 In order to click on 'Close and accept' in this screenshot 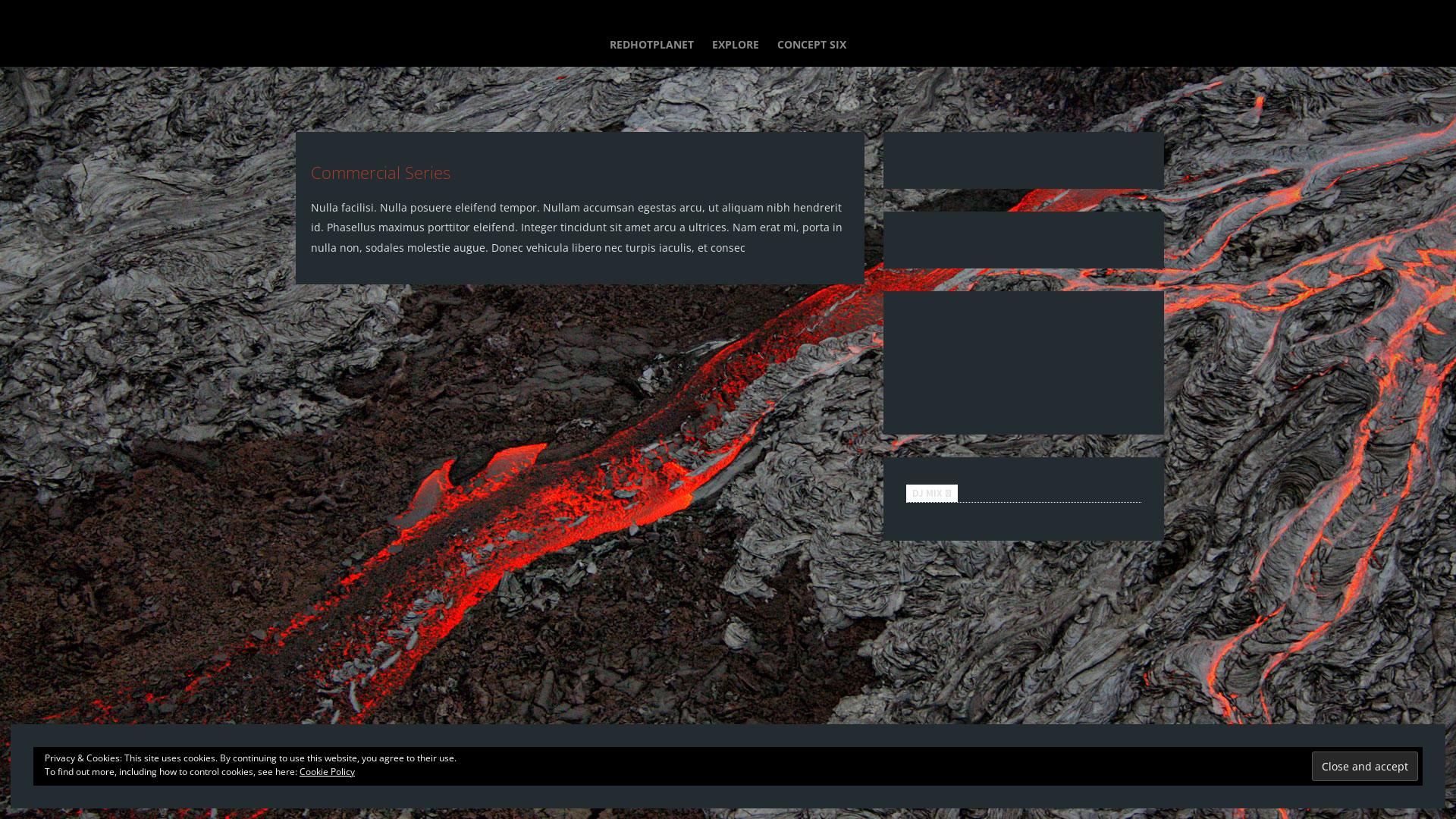, I will do `click(1310, 766)`.